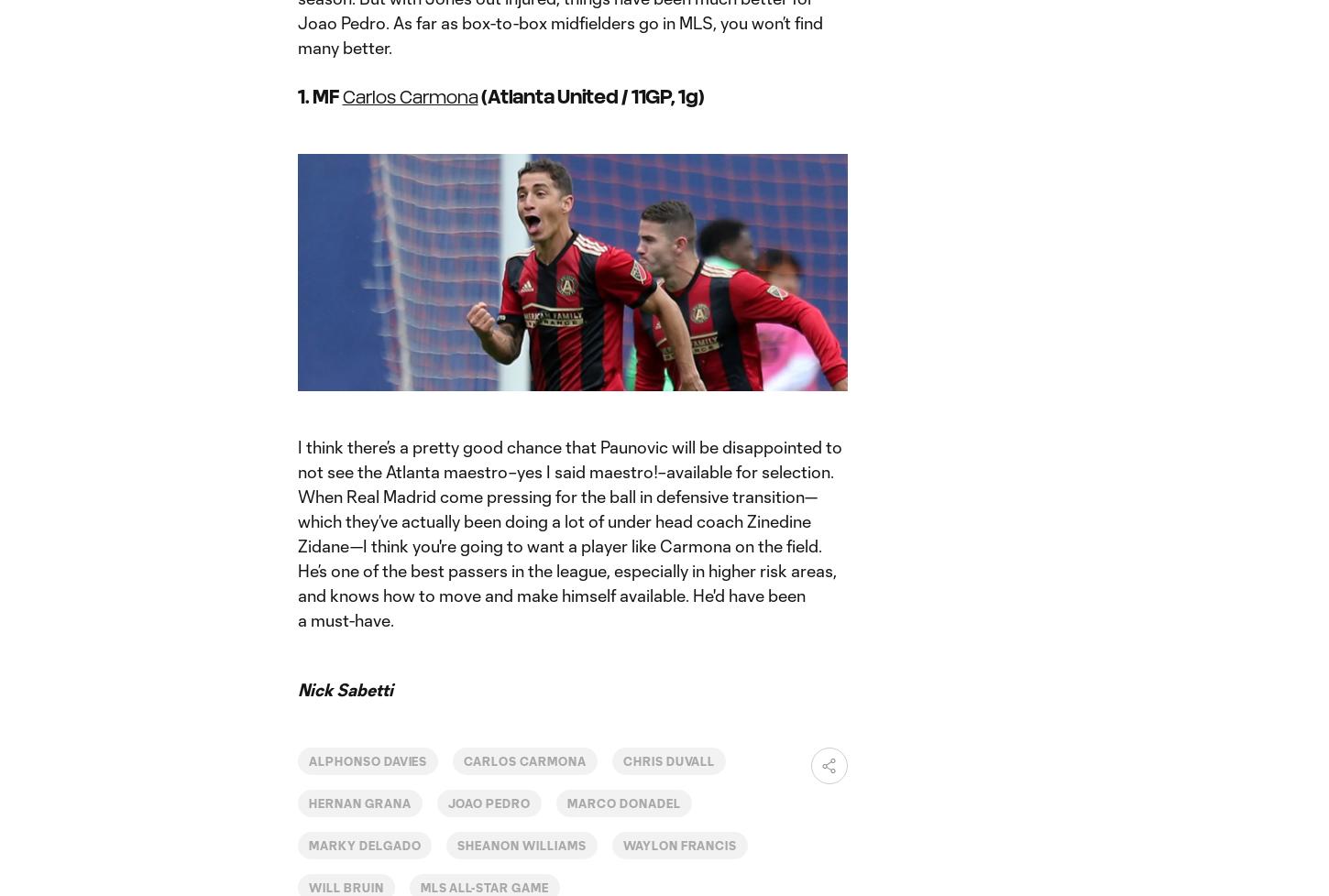 This screenshot has height=896, width=1329. What do you see at coordinates (622, 801) in the screenshot?
I see `'Marco Donadel'` at bounding box center [622, 801].